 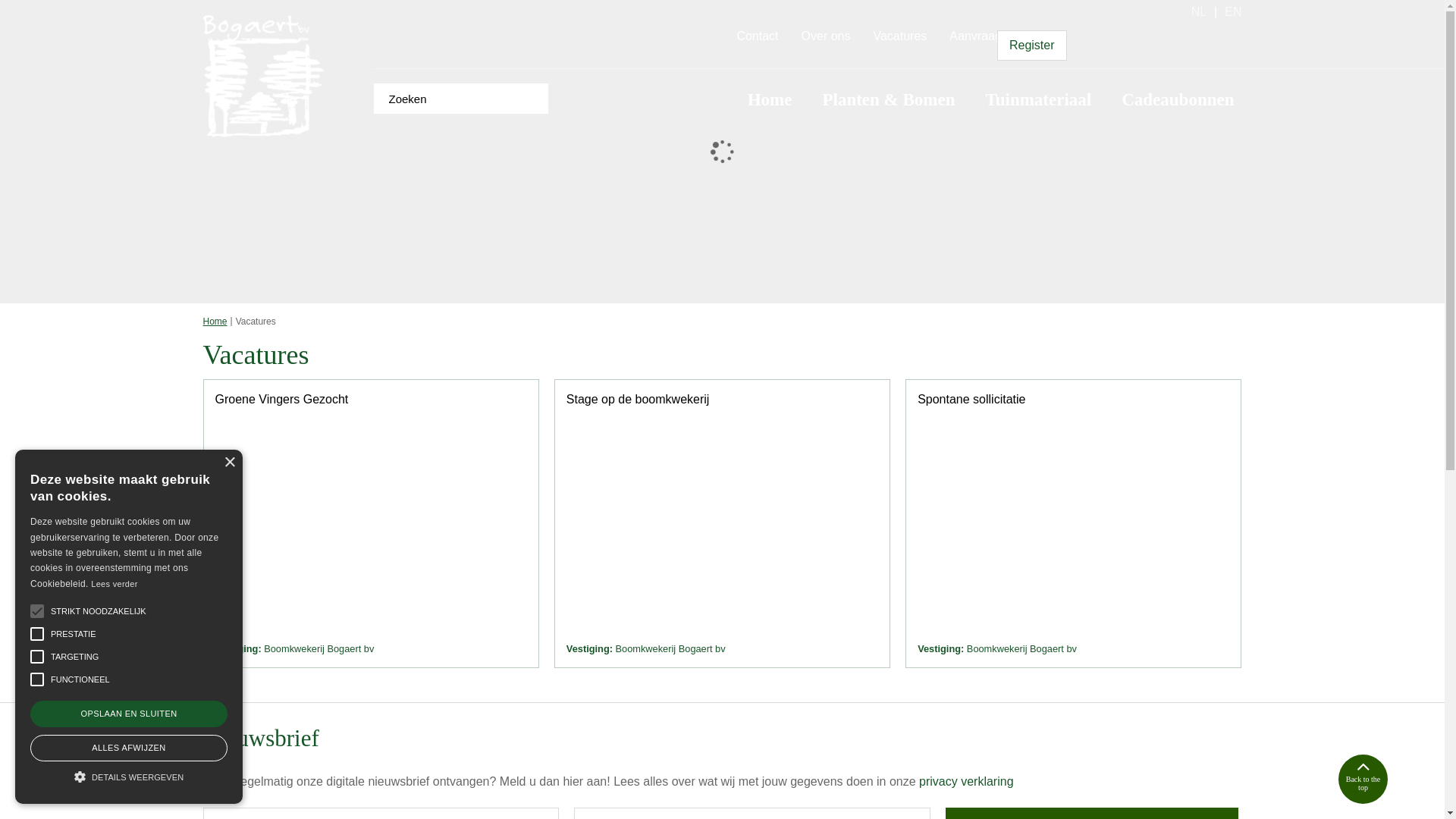 What do you see at coordinates (214, 321) in the screenshot?
I see `'Home'` at bounding box center [214, 321].